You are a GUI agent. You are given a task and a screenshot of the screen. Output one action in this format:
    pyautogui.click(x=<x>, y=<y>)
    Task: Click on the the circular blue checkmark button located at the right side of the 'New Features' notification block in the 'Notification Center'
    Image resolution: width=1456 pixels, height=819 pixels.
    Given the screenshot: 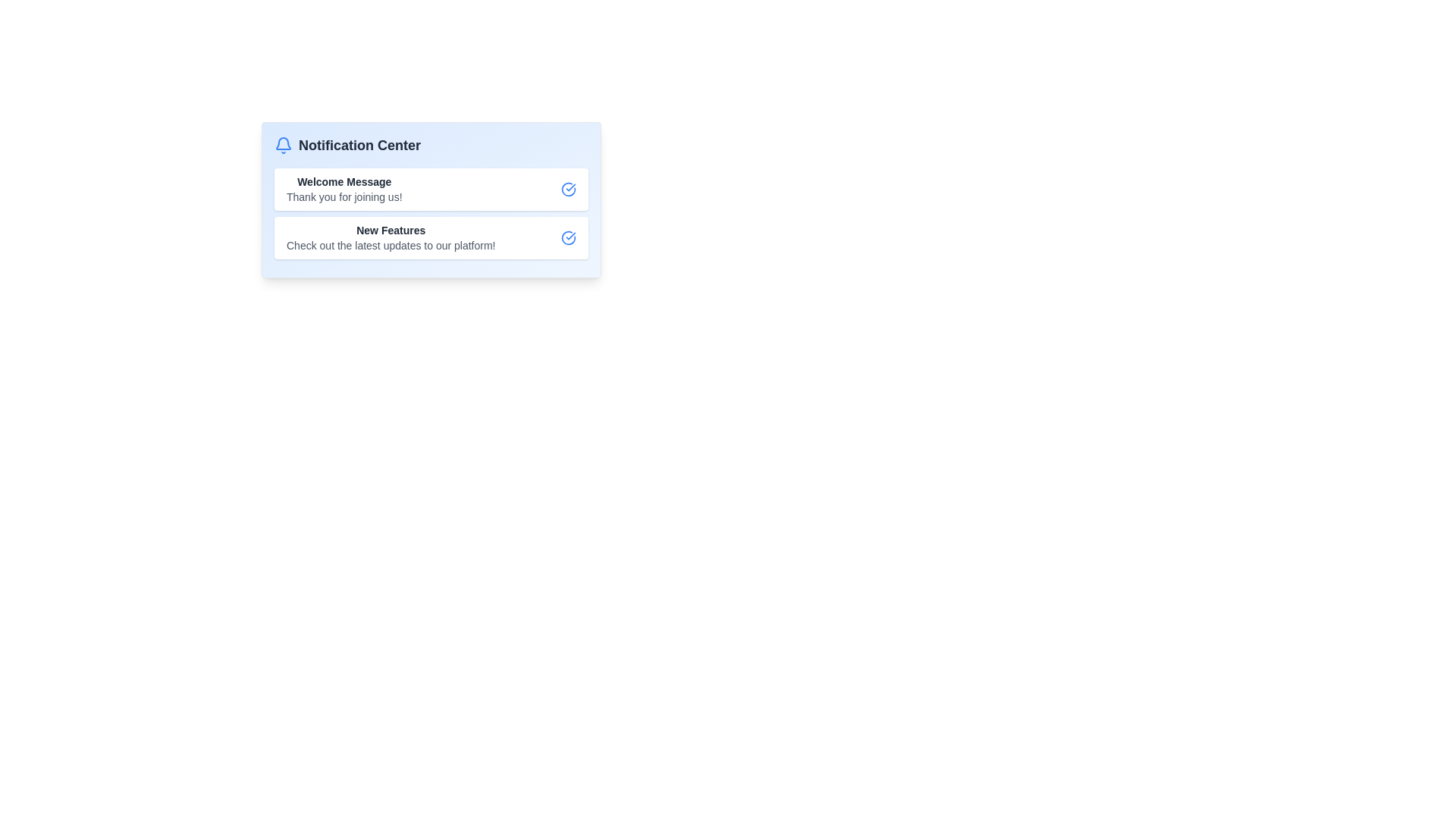 What is the action you would take?
    pyautogui.click(x=567, y=237)
    